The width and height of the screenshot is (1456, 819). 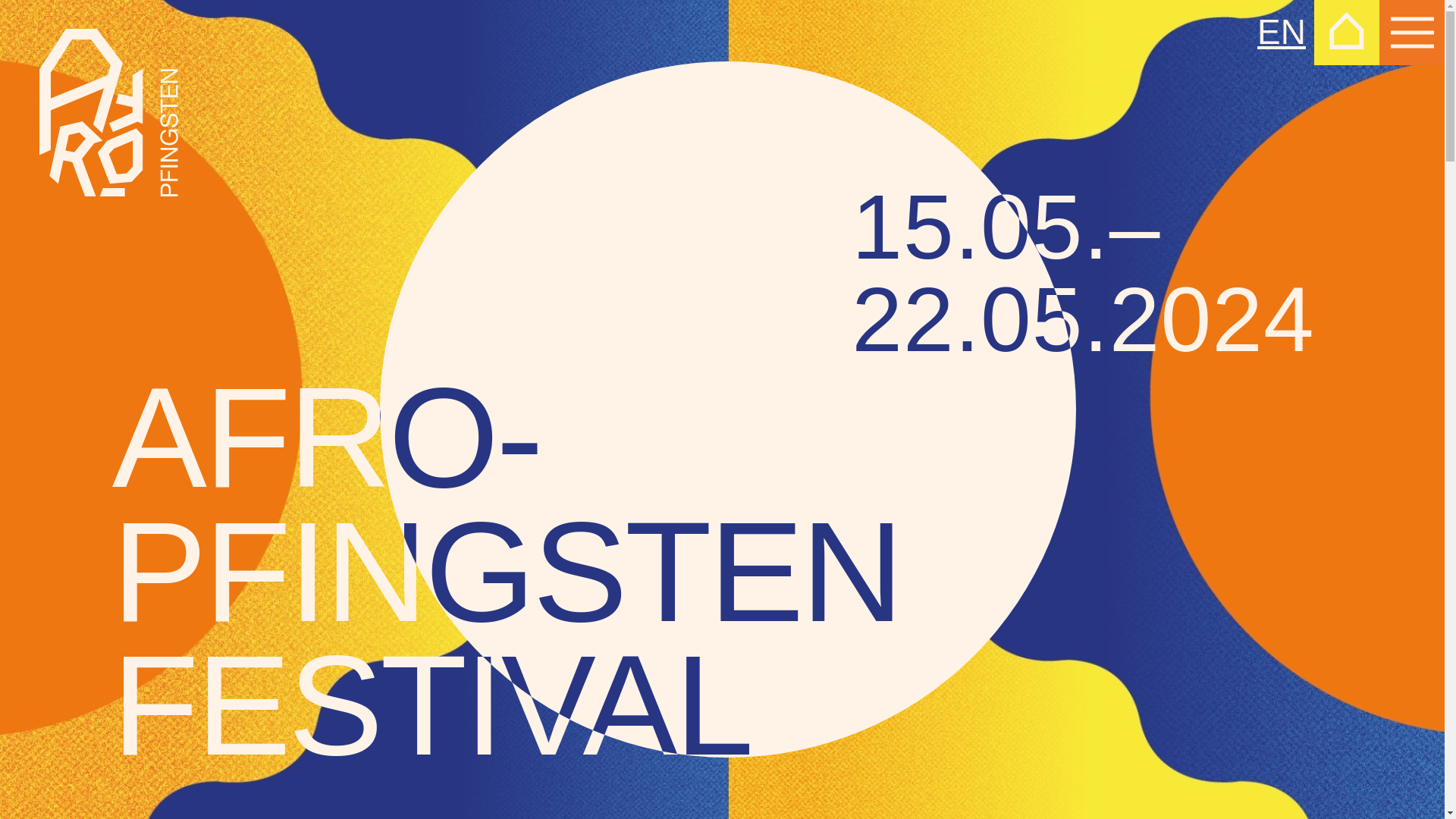 What do you see at coordinates (108, 111) in the screenshot?
I see `'Afro-Pfingsten Winterthur'` at bounding box center [108, 111].